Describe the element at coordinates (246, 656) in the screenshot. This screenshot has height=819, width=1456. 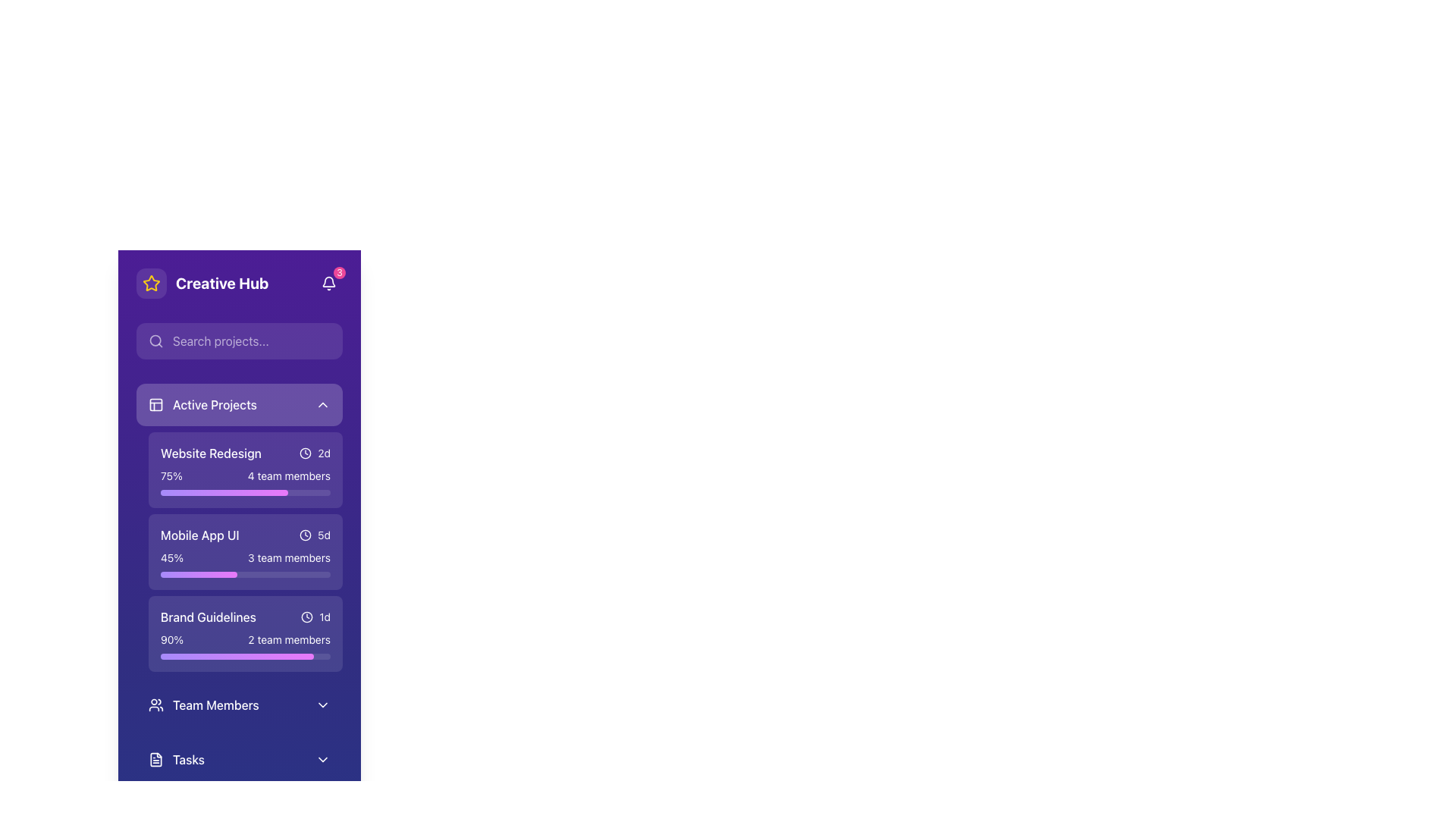
I see `the progress bar` at that location.